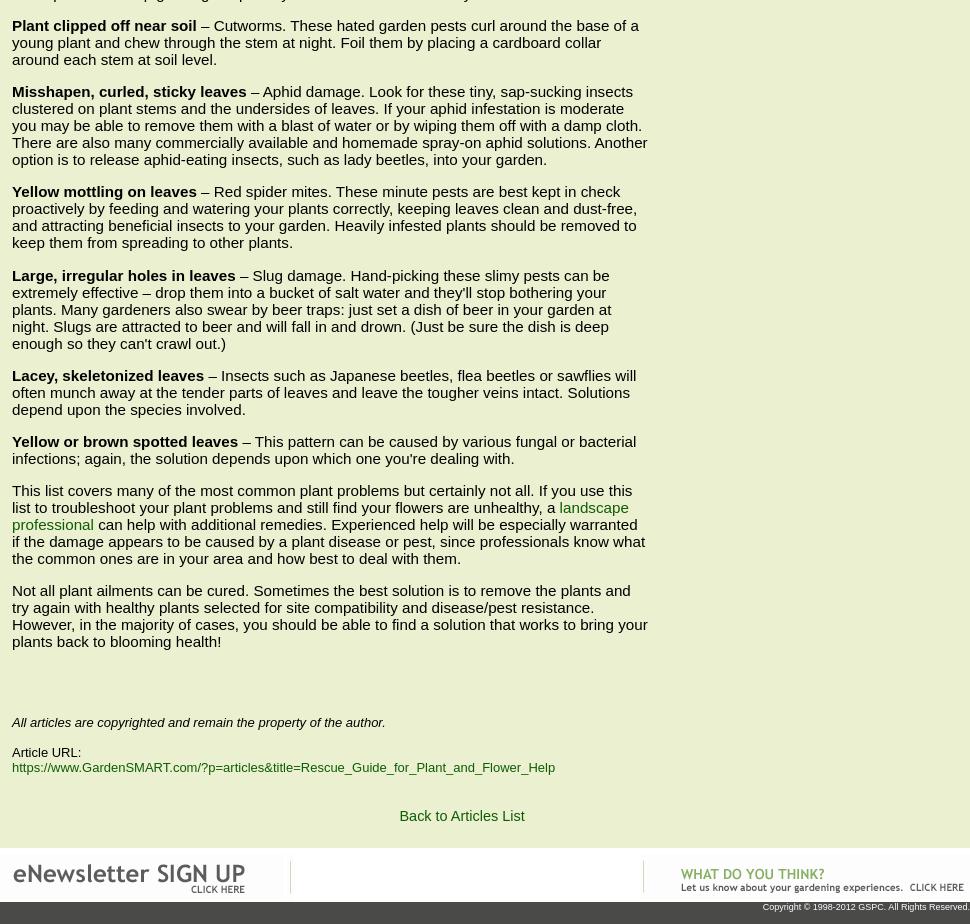 This screenshot has width=970, height=924. Describe the element at coordinates (12, 91) in the screenshot. I see `'Misshapen, curled, sticky leaves'` at that location.